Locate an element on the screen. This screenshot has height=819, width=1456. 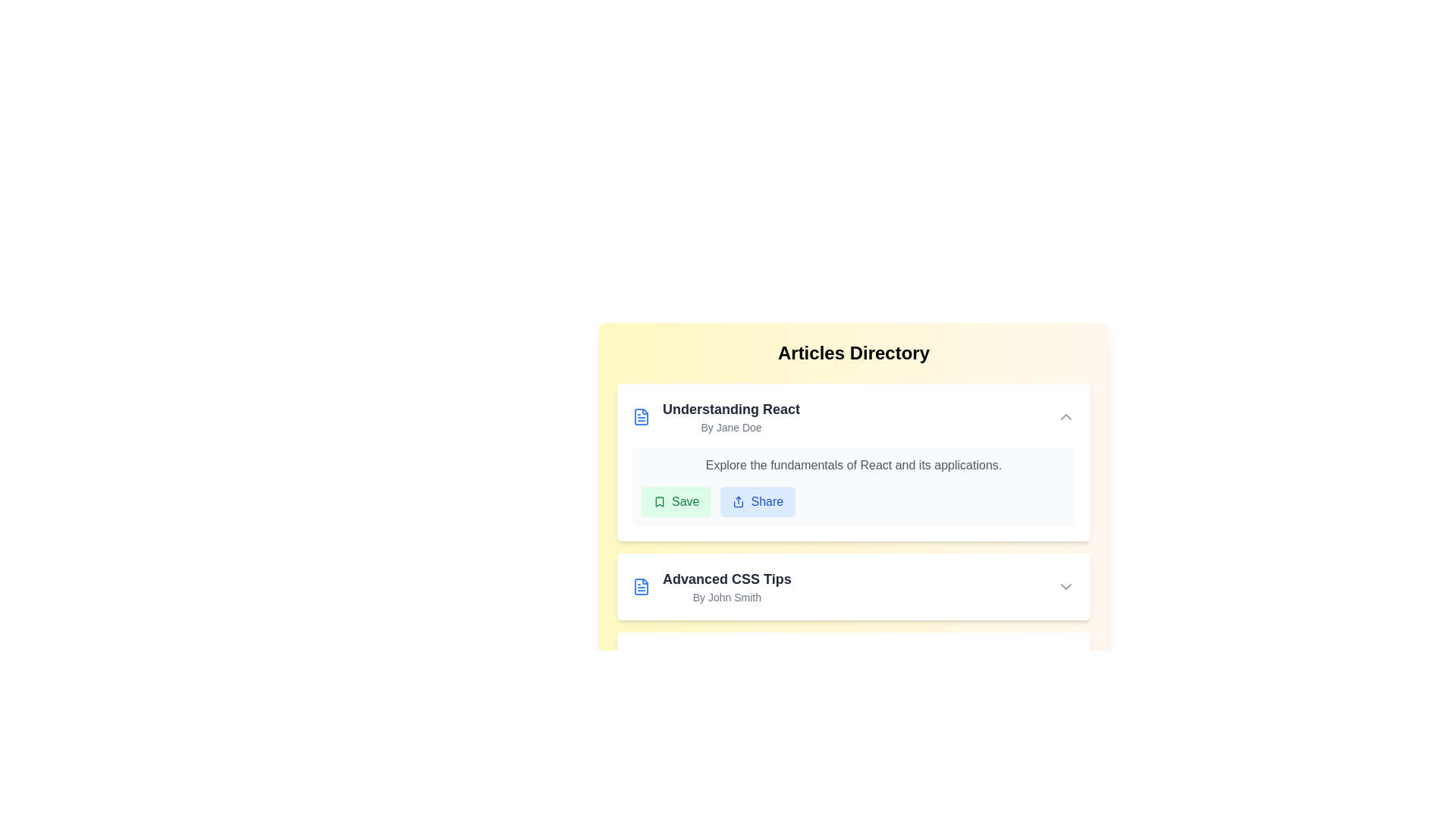
the 'Share' button of the first article is located at coordinates (757, 502).